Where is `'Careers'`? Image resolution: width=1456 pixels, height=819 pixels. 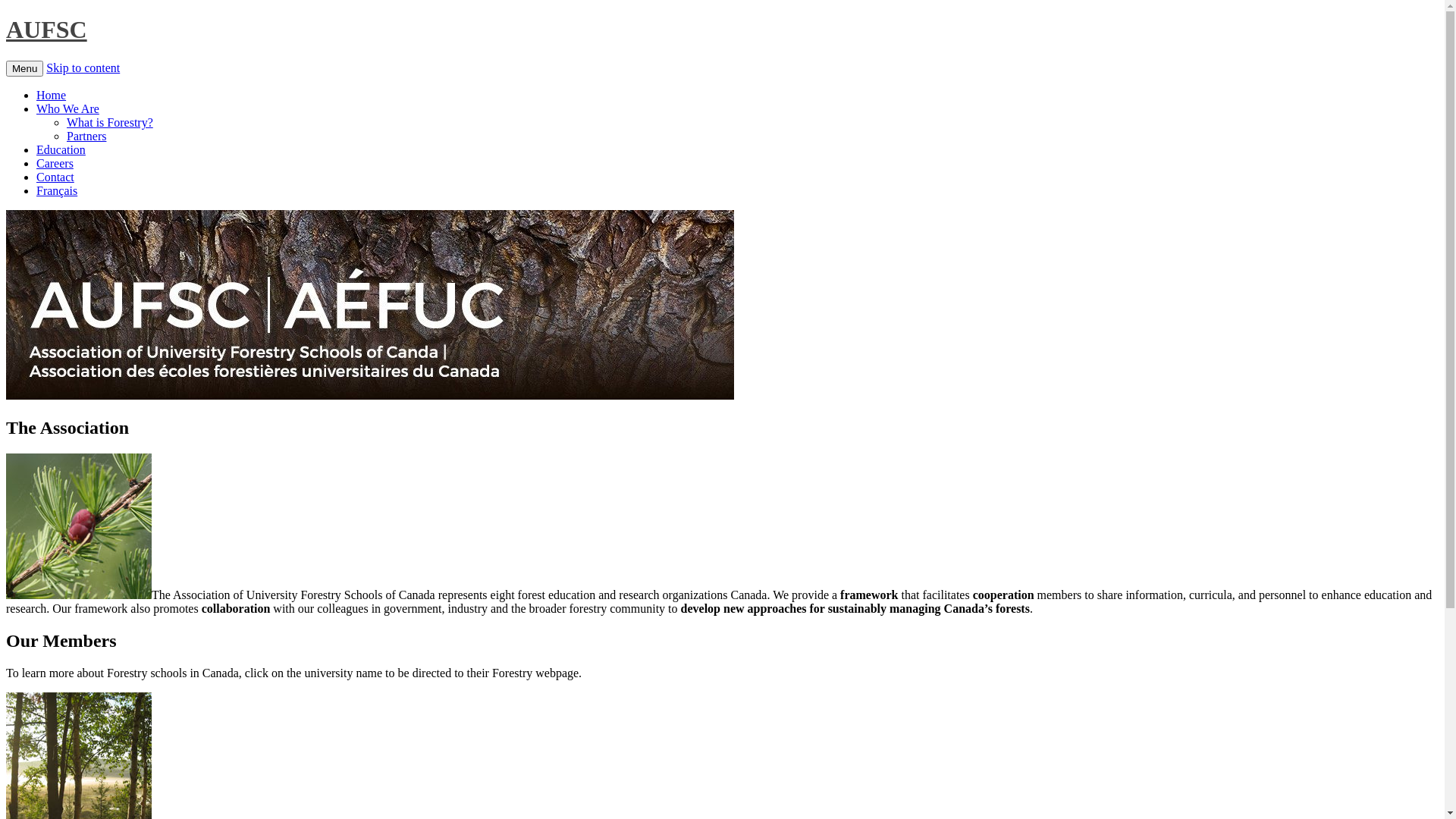 'Careers' is located at coordinates (55, 163).